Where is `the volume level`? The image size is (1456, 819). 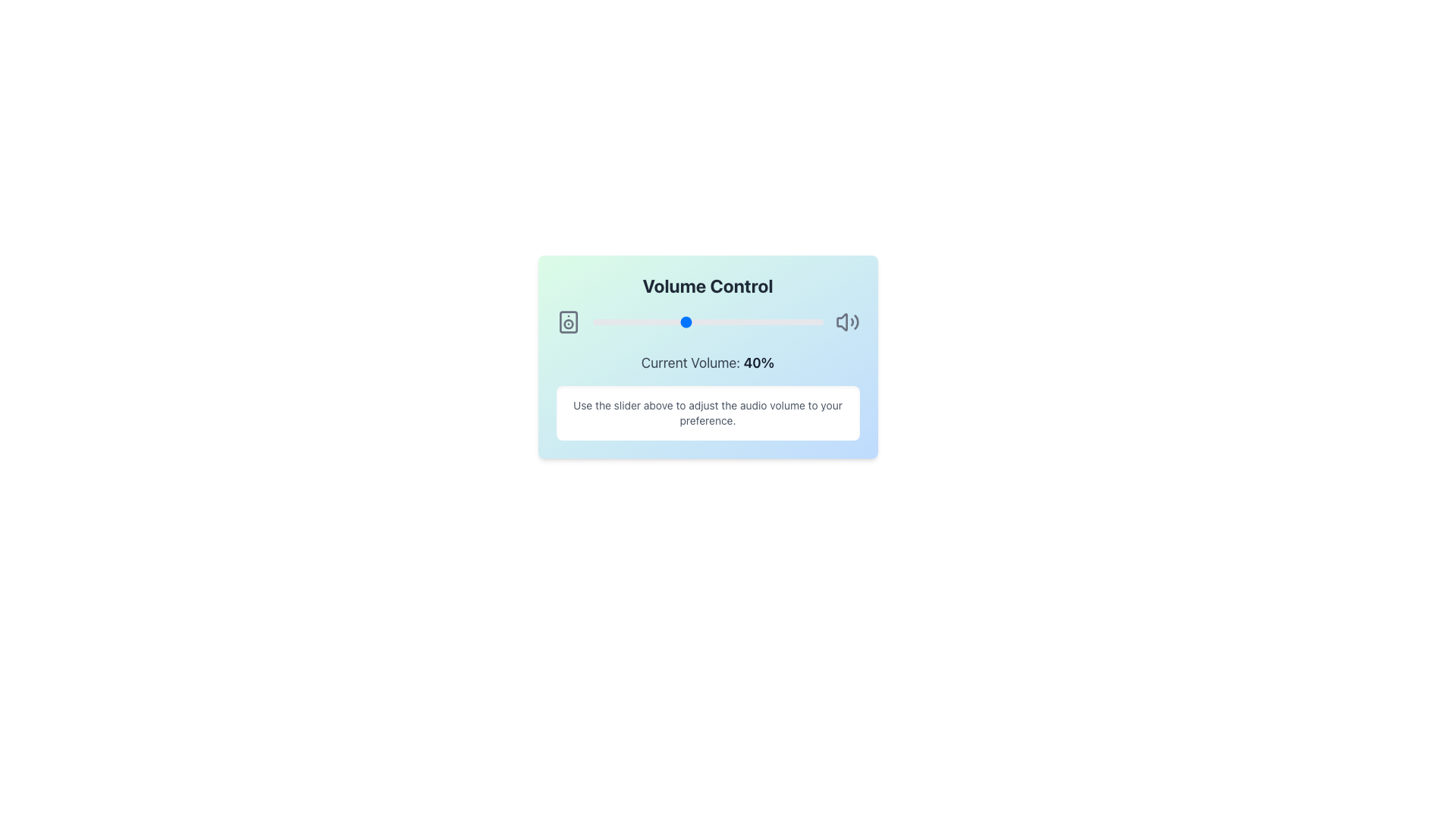 the volume level is located at coordinates (639, 321).